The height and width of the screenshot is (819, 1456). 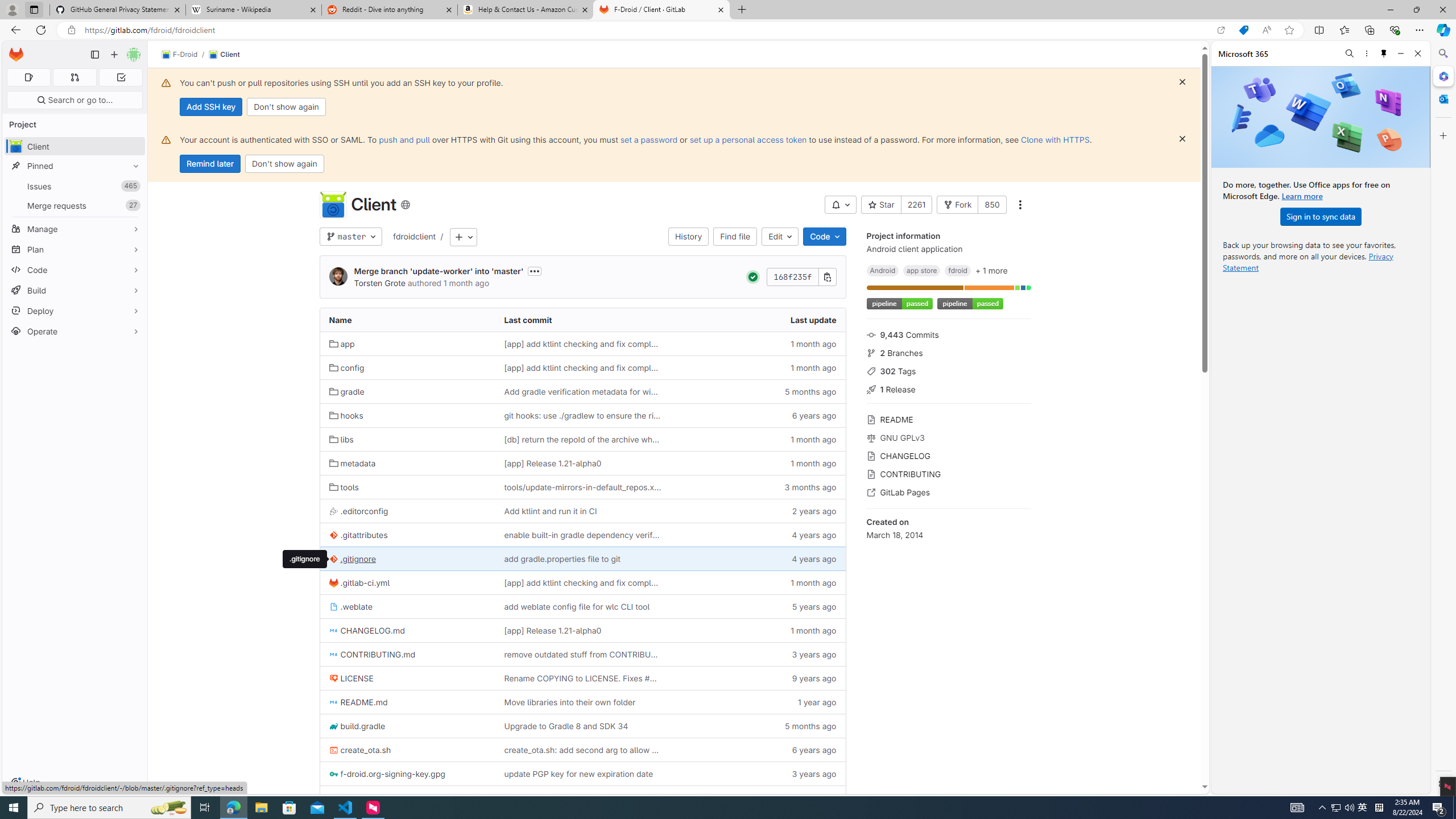 What do you see at coordinates (407, 653) in the screenshot?
I see `'CONTRIBUTING.md'` at bounding box center [407, 653].